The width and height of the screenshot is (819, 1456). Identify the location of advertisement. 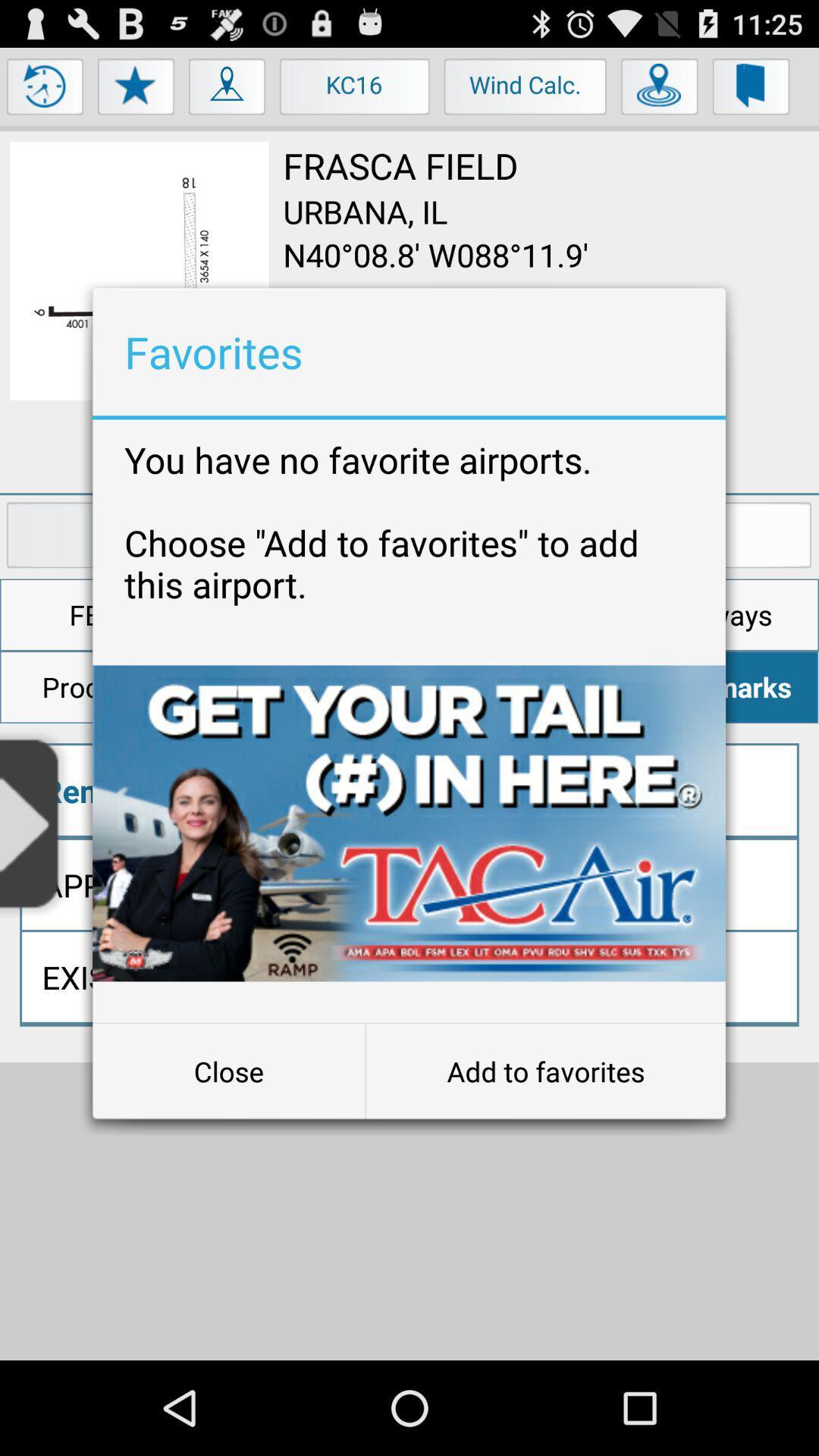
(408, 822).